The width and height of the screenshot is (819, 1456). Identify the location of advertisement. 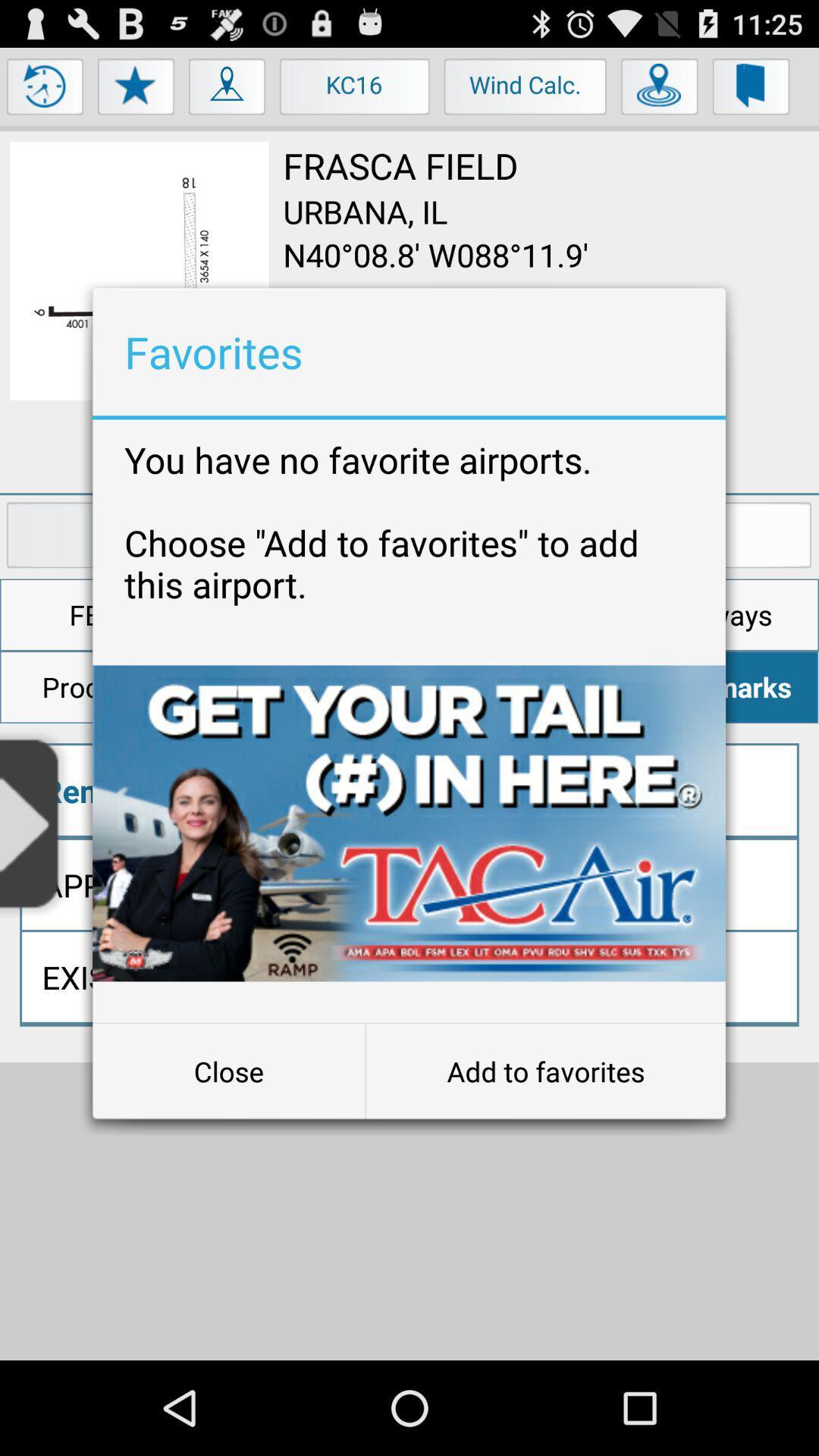
(408, 822).